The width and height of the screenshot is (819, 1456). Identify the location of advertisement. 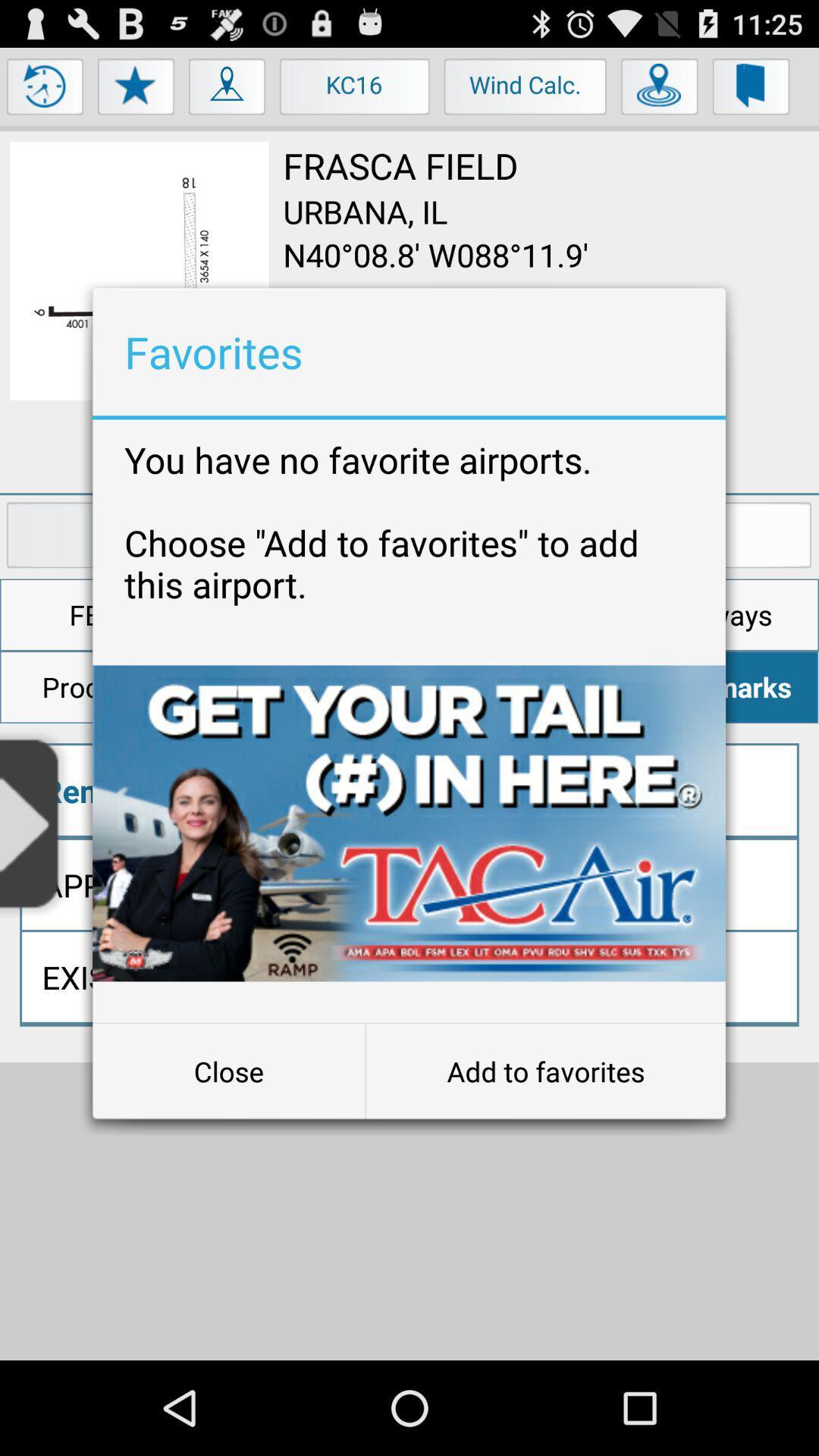
(408, 822).